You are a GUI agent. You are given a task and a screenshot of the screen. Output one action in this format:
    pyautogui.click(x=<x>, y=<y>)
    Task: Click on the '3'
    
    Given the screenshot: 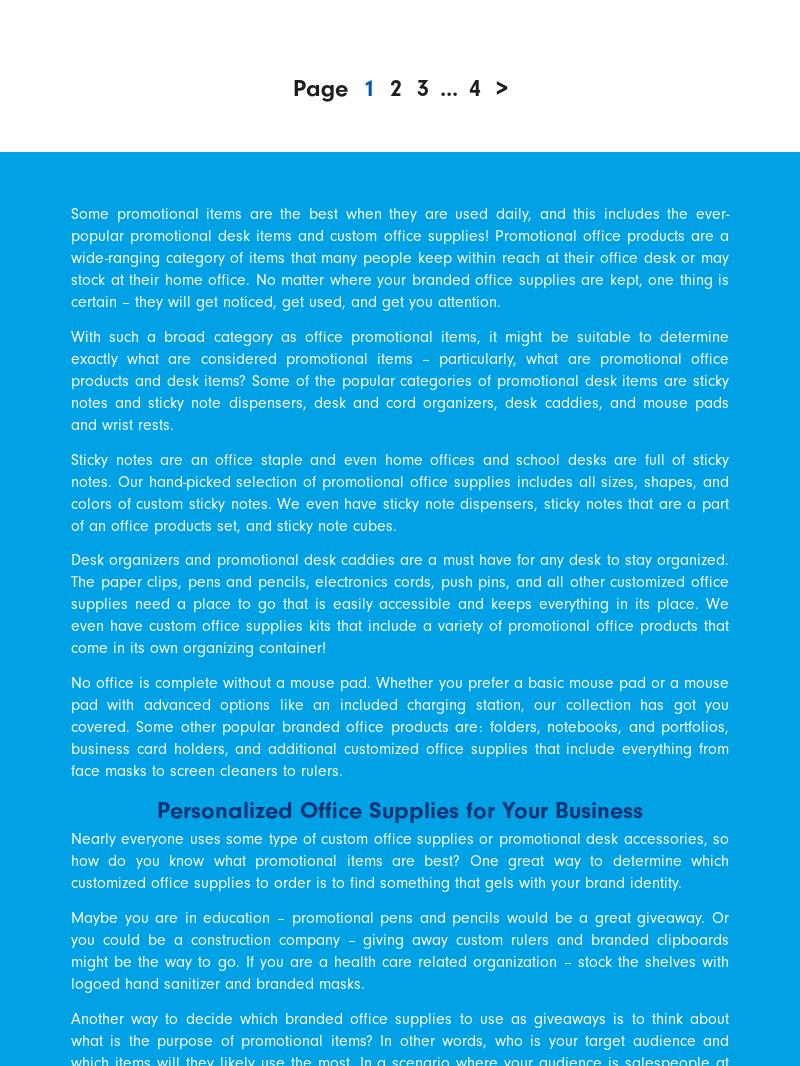 What is the action you would take?
    pyautogui.click(x=416, y=85)
    